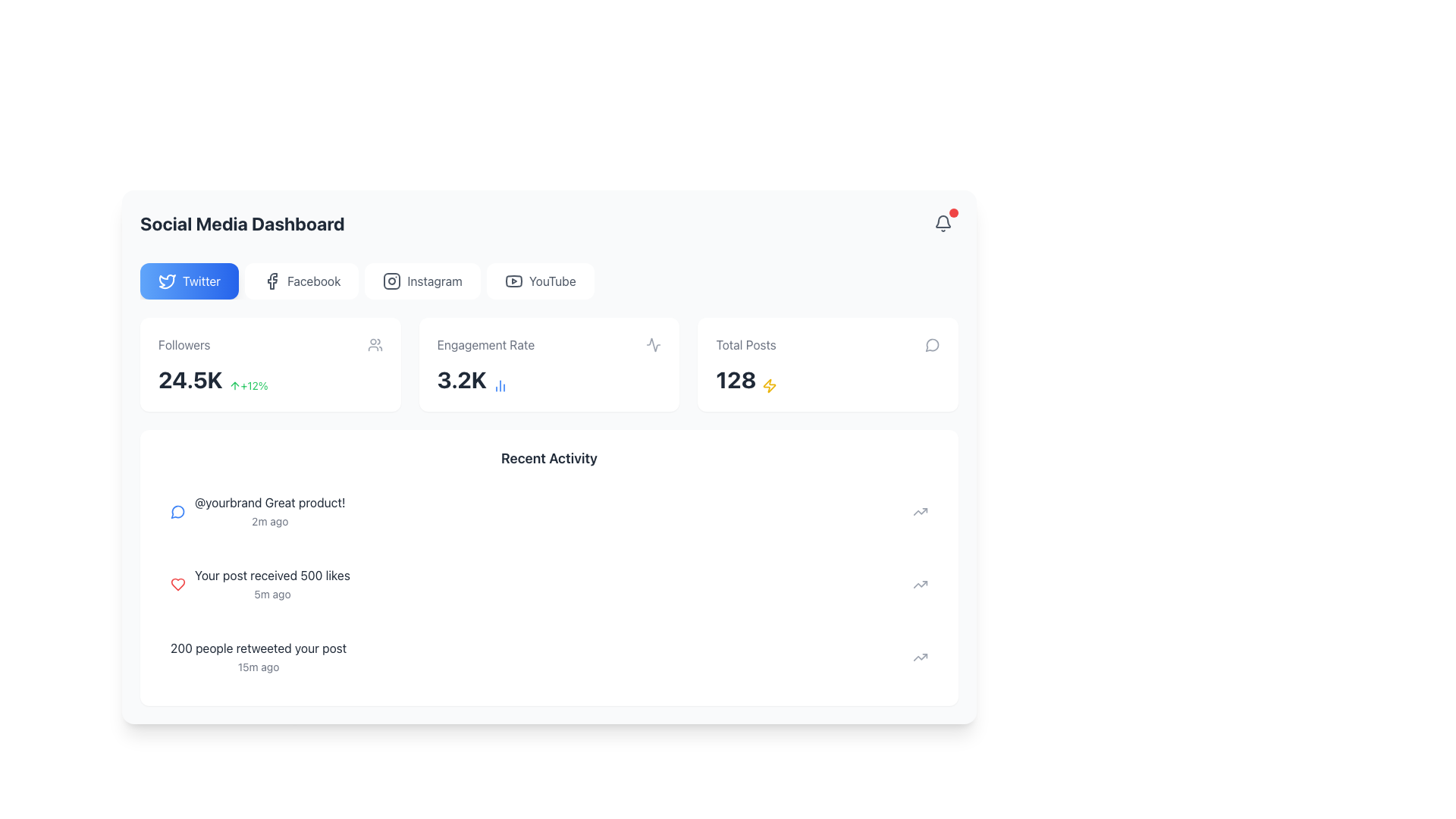  Describe the element at coordinates (745, 345) in the screenshot. I see `the Text label positioned on the right-hand side of the summary cards in the upper section of the dashboard, which serves as a descriptive label for the associated metric value` at that location.